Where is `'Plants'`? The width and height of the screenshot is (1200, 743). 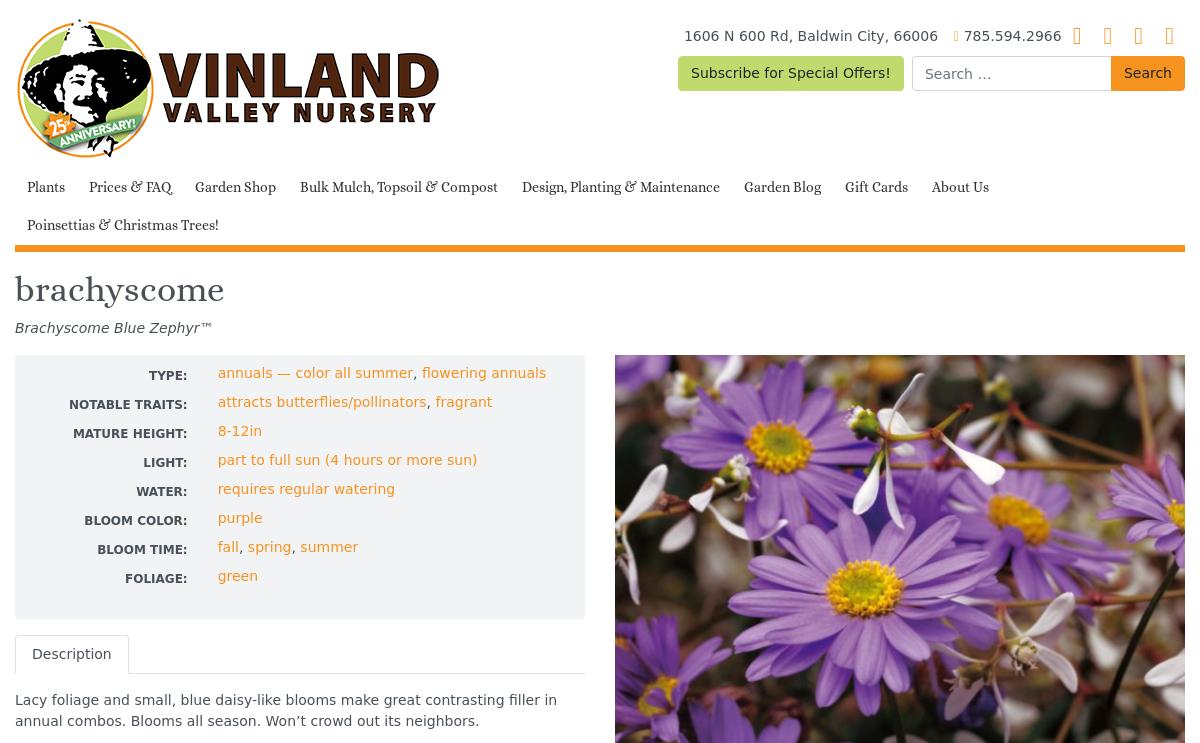
'Plants' is located at coordinates (45, 187).